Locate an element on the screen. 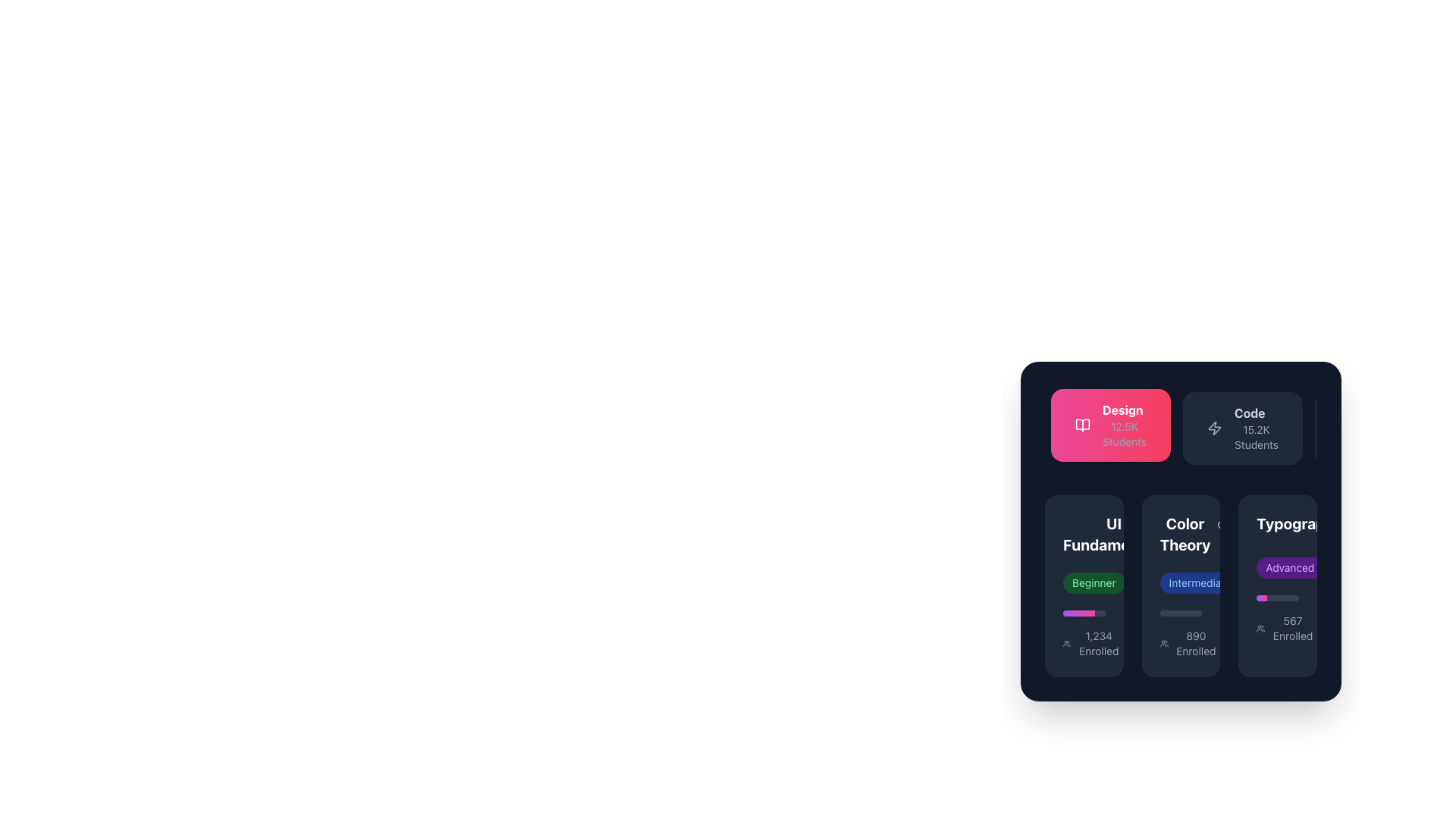 Image resolution: width=1456 pixels, height=819 pixels. the static text label displaying '890 Enrolled', located at the bottom-center of the second card in the second row of the grid layout is located at coordinates (1195, 643).